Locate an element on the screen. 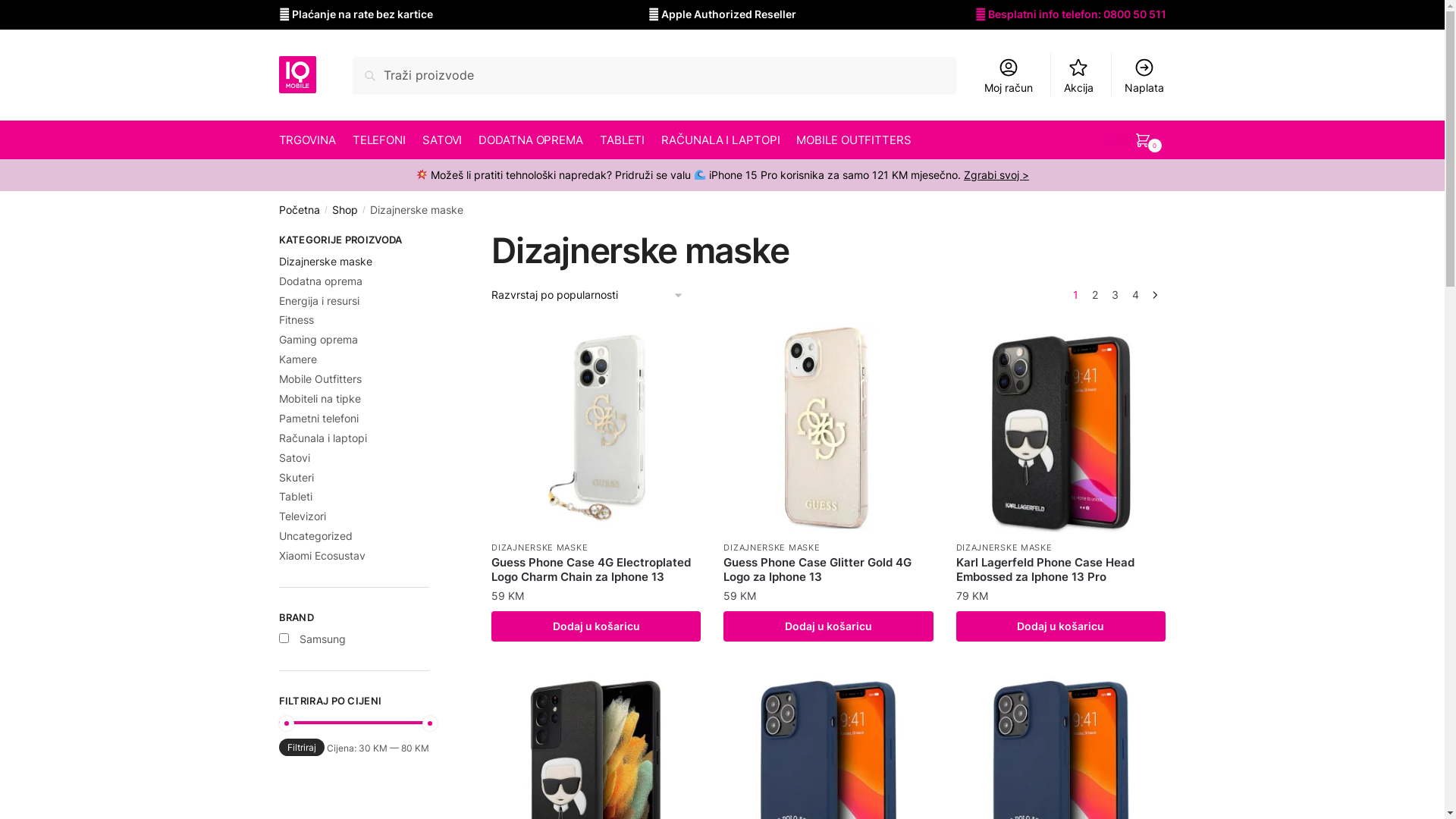 The width and height of the screenshot is (1456, 819). 'Kamere' is located at coordinates (298, 359).